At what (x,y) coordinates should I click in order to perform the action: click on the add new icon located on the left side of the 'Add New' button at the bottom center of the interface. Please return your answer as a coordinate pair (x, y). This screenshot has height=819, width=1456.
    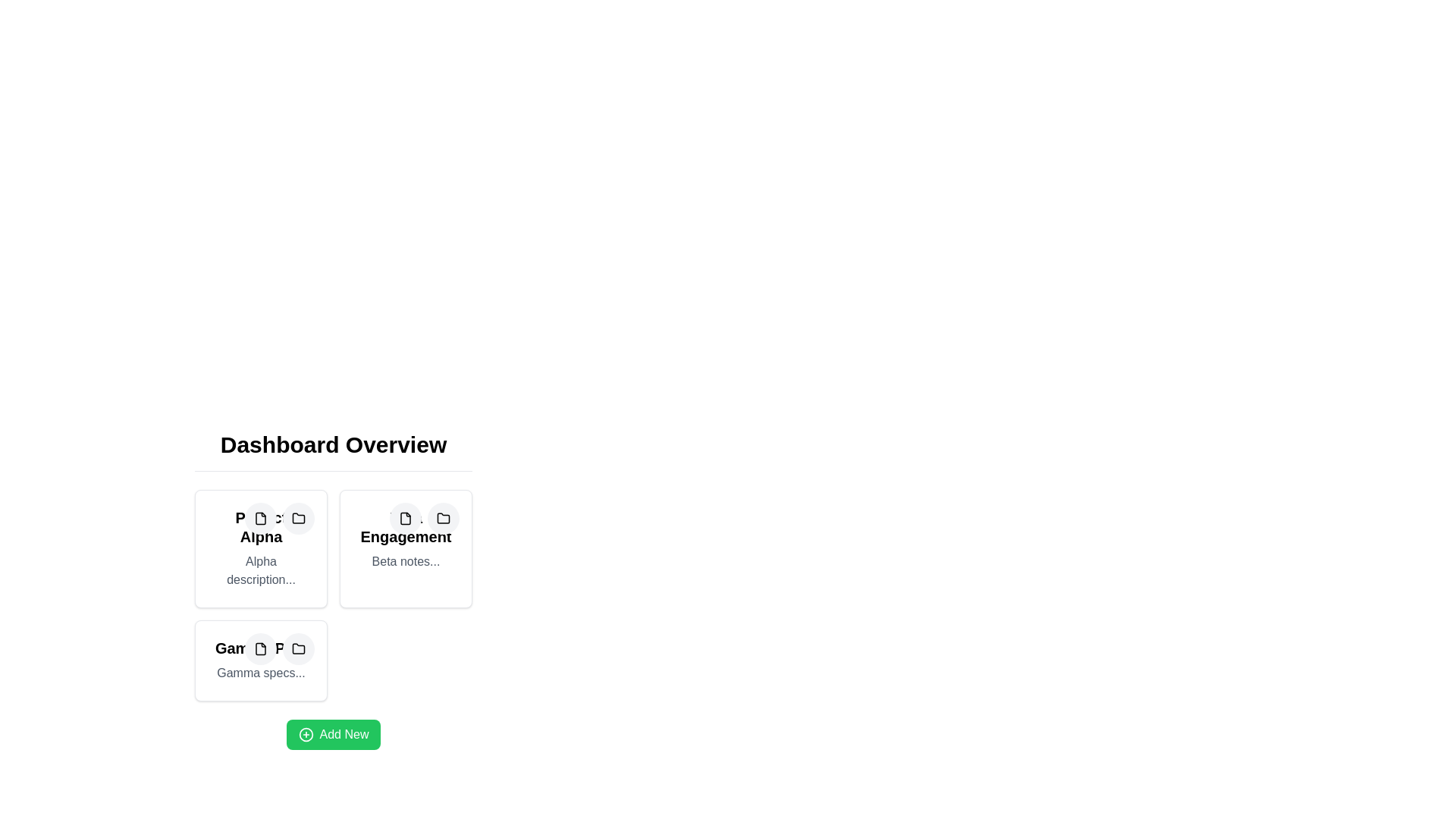
    Looking at the image, I should click on (305, 733).